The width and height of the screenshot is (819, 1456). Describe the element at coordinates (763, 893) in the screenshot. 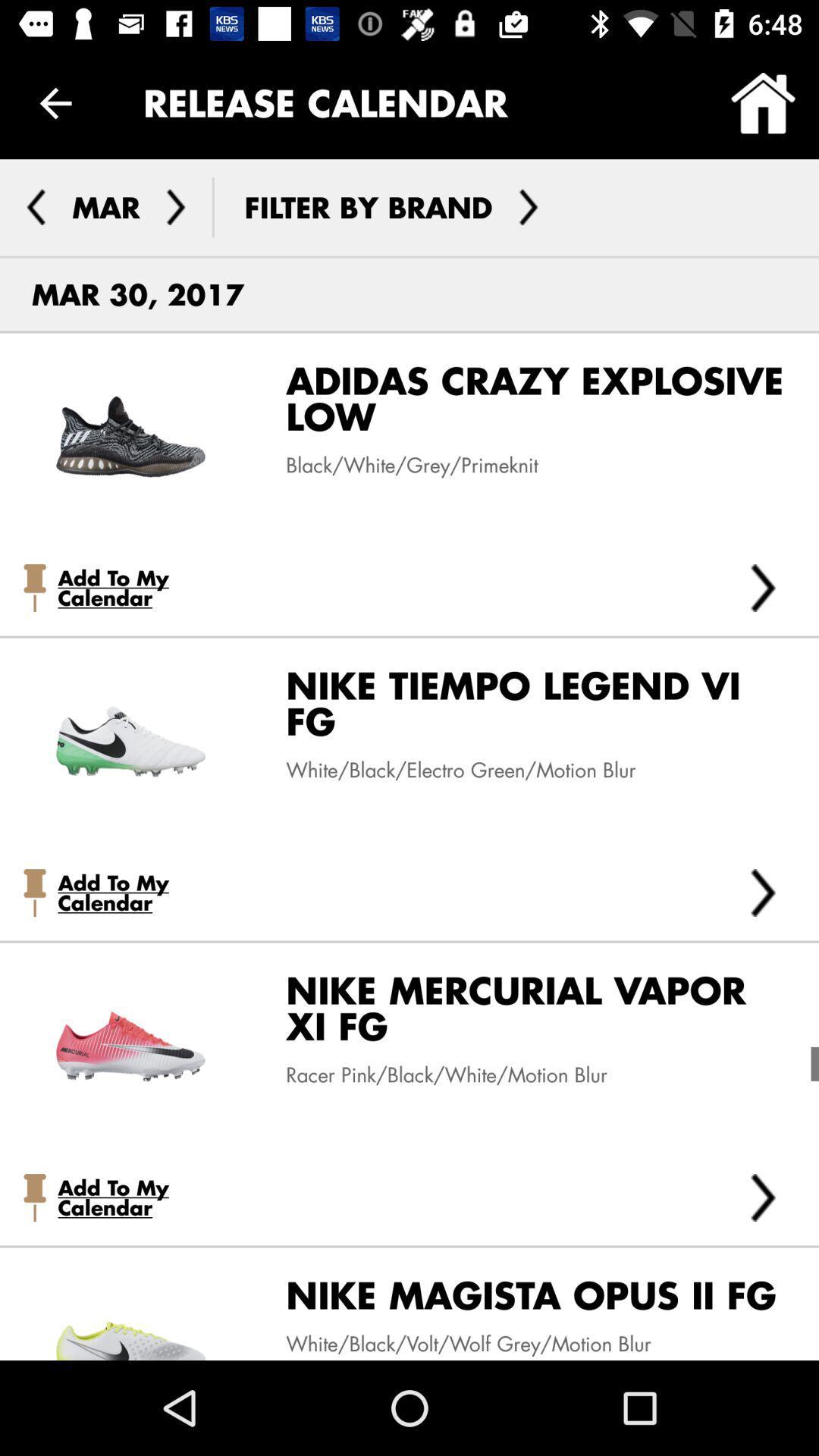

I see `the icon to the right of the add to my` at that location.